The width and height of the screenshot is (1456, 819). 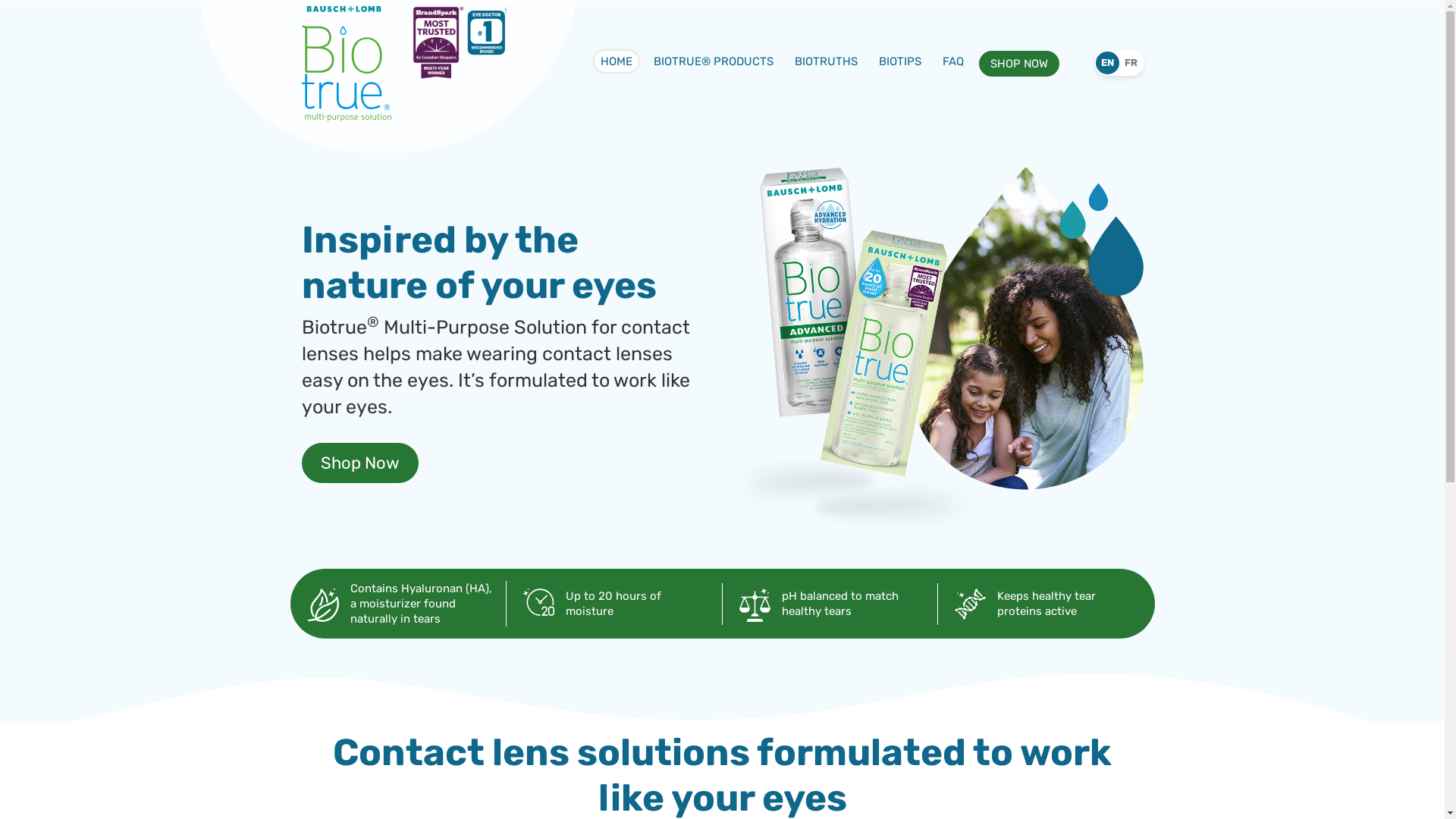 What do you see at coordinates (1131, 62) in the screenshot?
I see `'FR'` at bounding box center [1131, 62].